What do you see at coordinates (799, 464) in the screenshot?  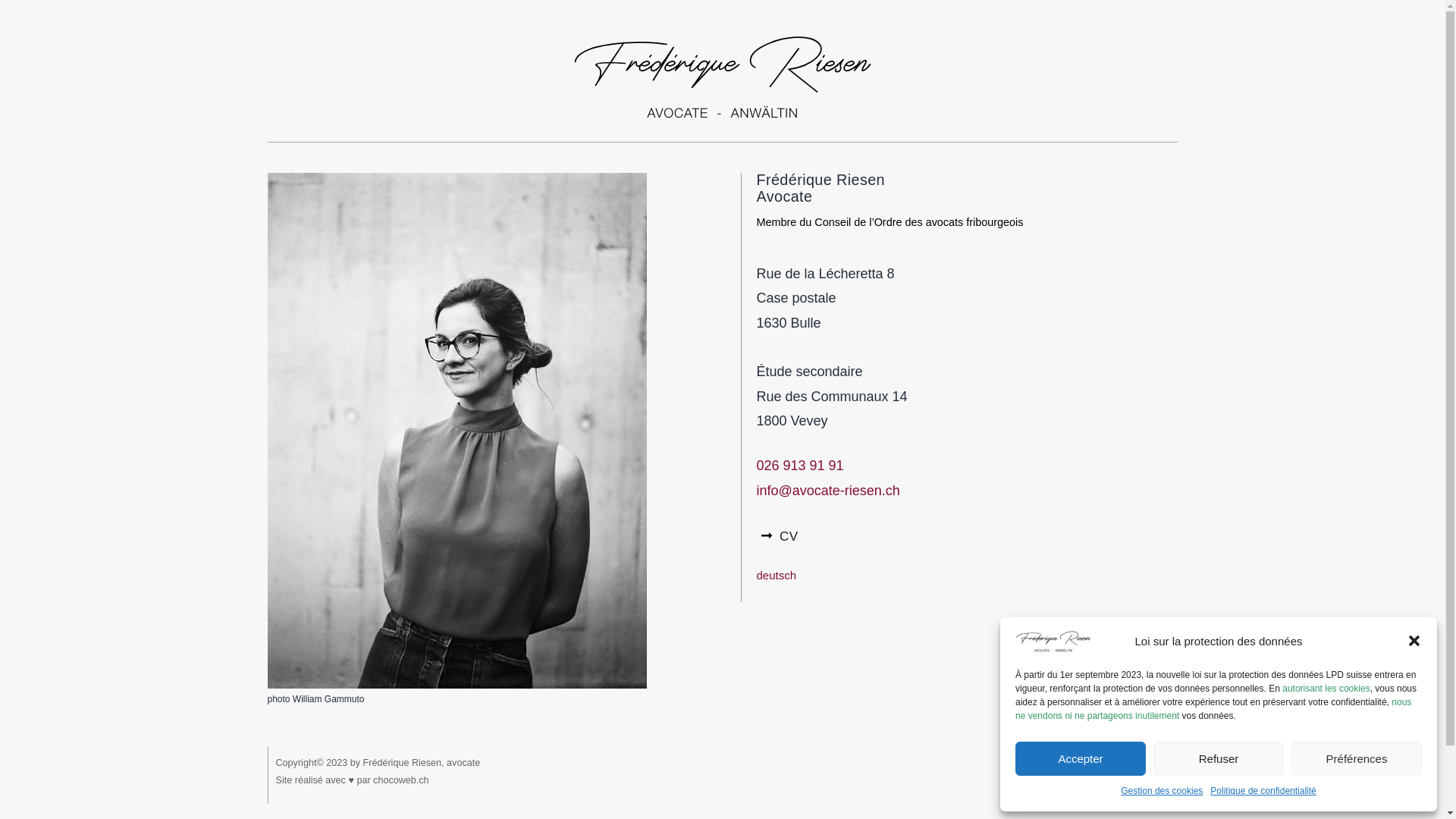 I see `'026 913 91 91'` at bounding box center [799, 464].